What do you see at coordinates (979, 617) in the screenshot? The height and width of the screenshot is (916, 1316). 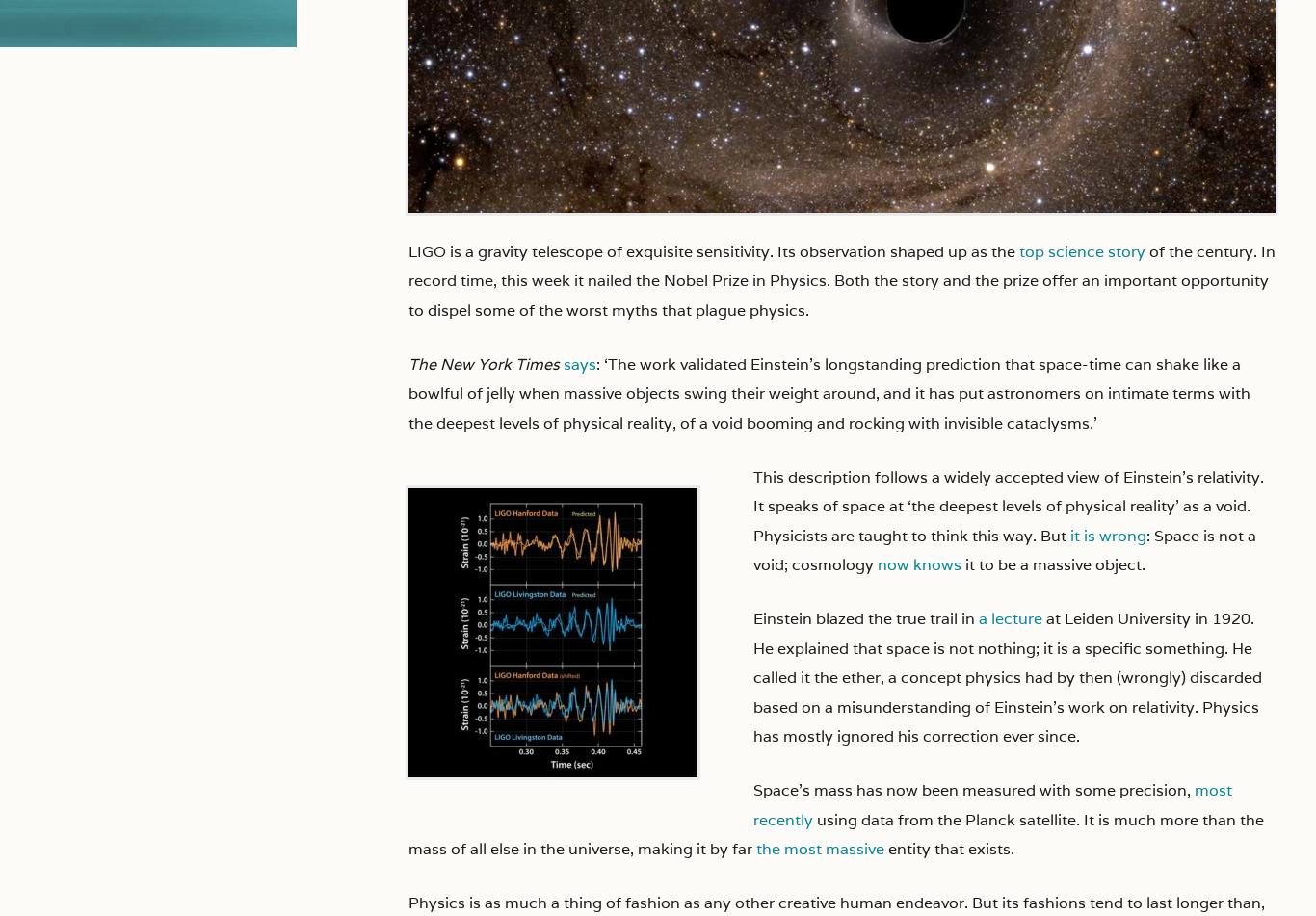 I see `'a lecture'` at bounding box center [979, 617].